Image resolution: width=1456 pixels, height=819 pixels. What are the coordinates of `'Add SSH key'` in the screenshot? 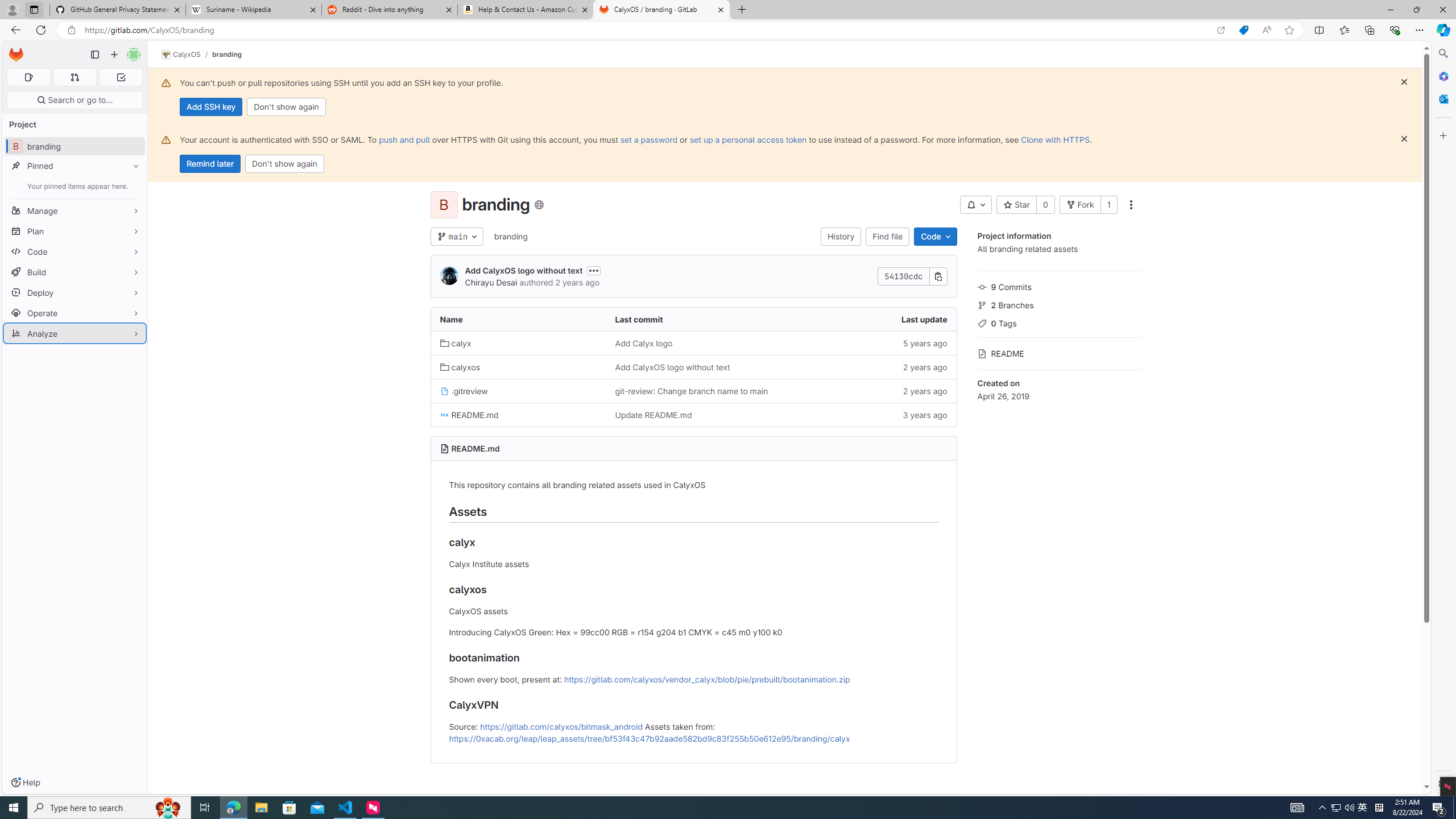 It's located at (210, 106).